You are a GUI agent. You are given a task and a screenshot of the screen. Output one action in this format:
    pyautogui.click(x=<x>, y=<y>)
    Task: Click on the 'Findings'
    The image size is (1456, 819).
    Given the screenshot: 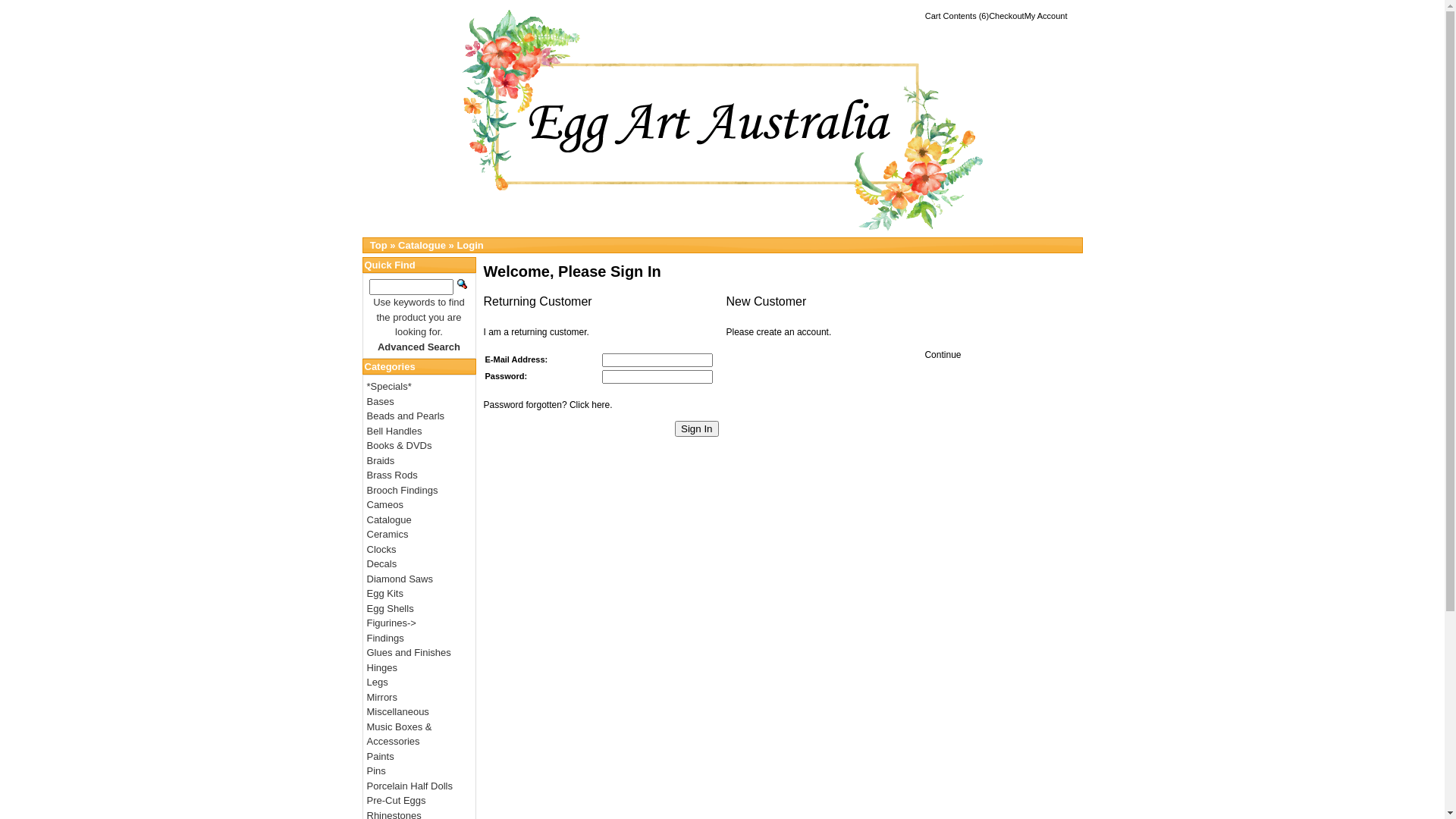 What is the action you would take?
    pyautogui.click(x=385, y=638)
    